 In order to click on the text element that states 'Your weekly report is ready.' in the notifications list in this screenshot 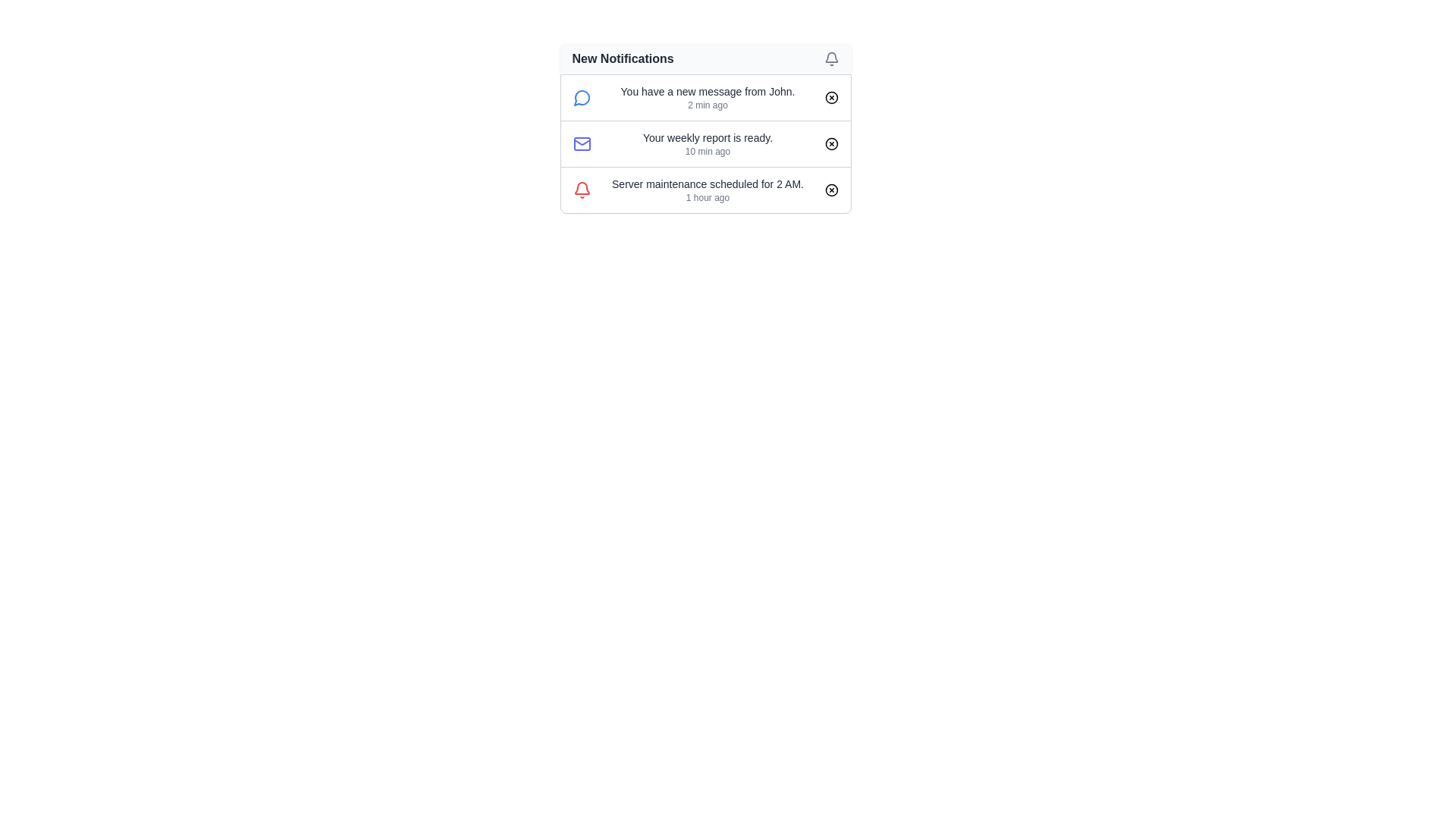, I will do `click(707, 137)`.